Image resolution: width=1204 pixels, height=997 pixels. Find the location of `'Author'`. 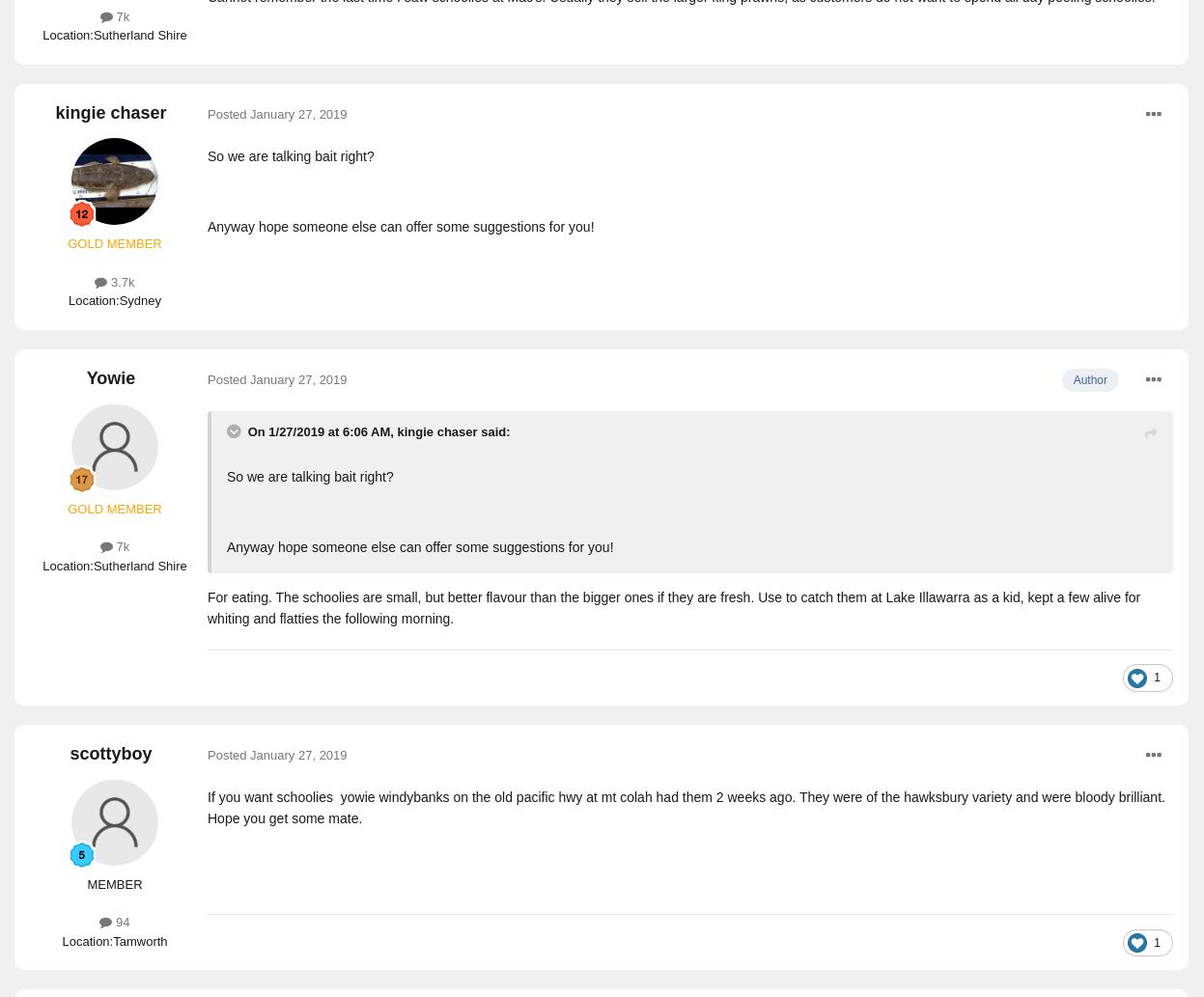

'Author' is located at coordinates (1089, 378).